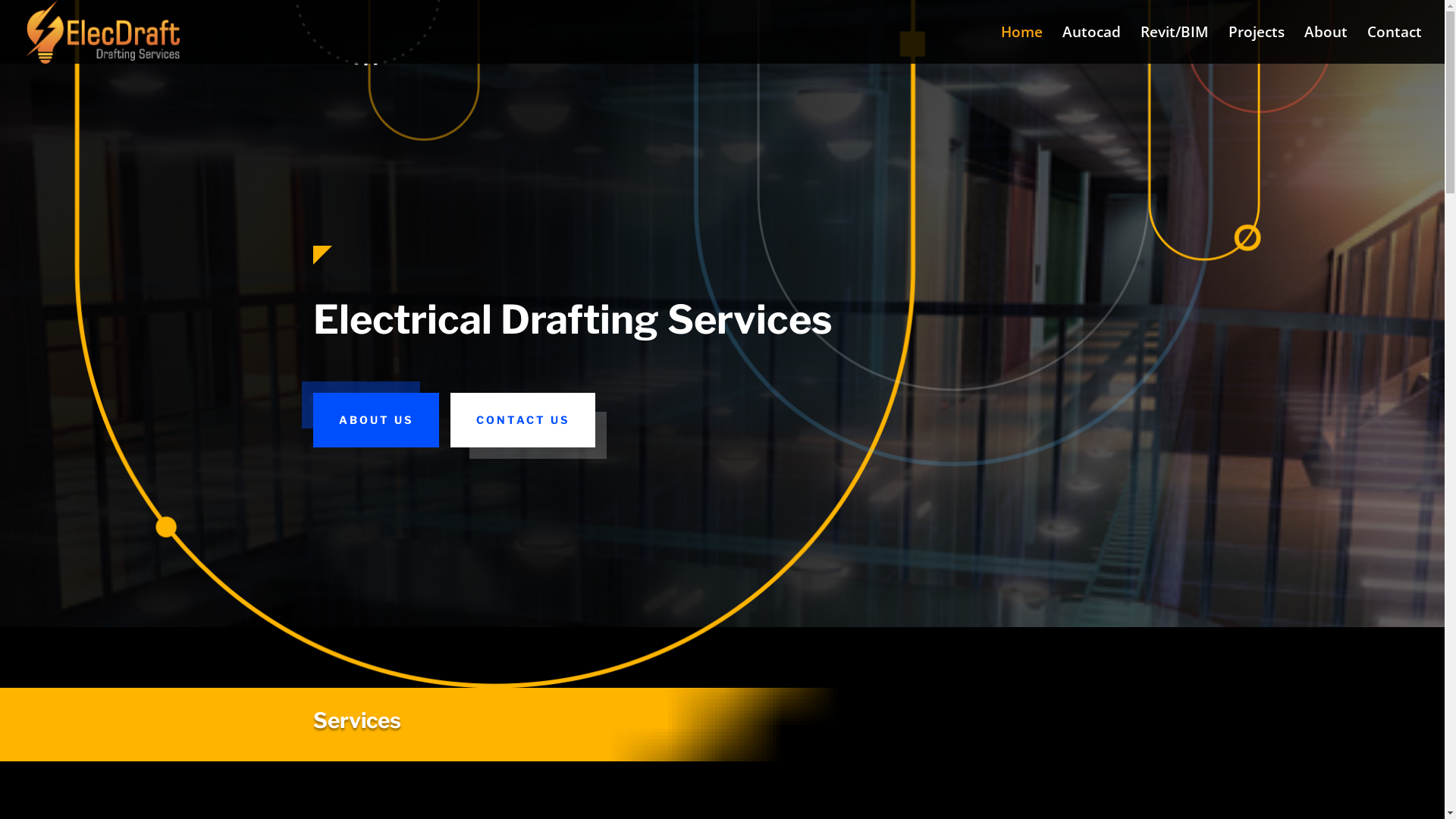 This screenshot has width=1456, height=819. I want to click on 'Autocad', so click(1090, 44).